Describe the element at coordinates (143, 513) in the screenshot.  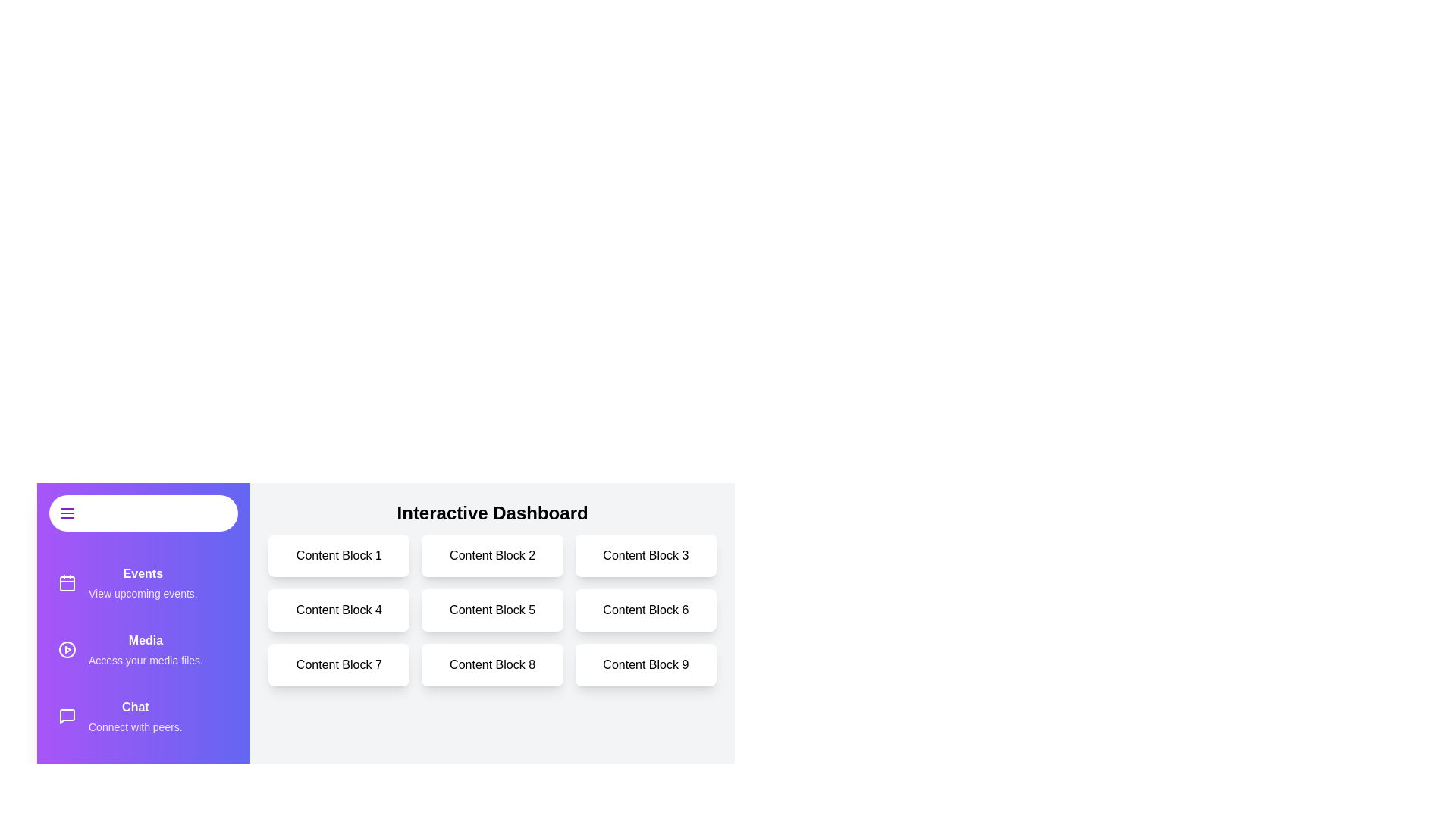
I see `menu button to toggle the drawer open or closed` at that location.